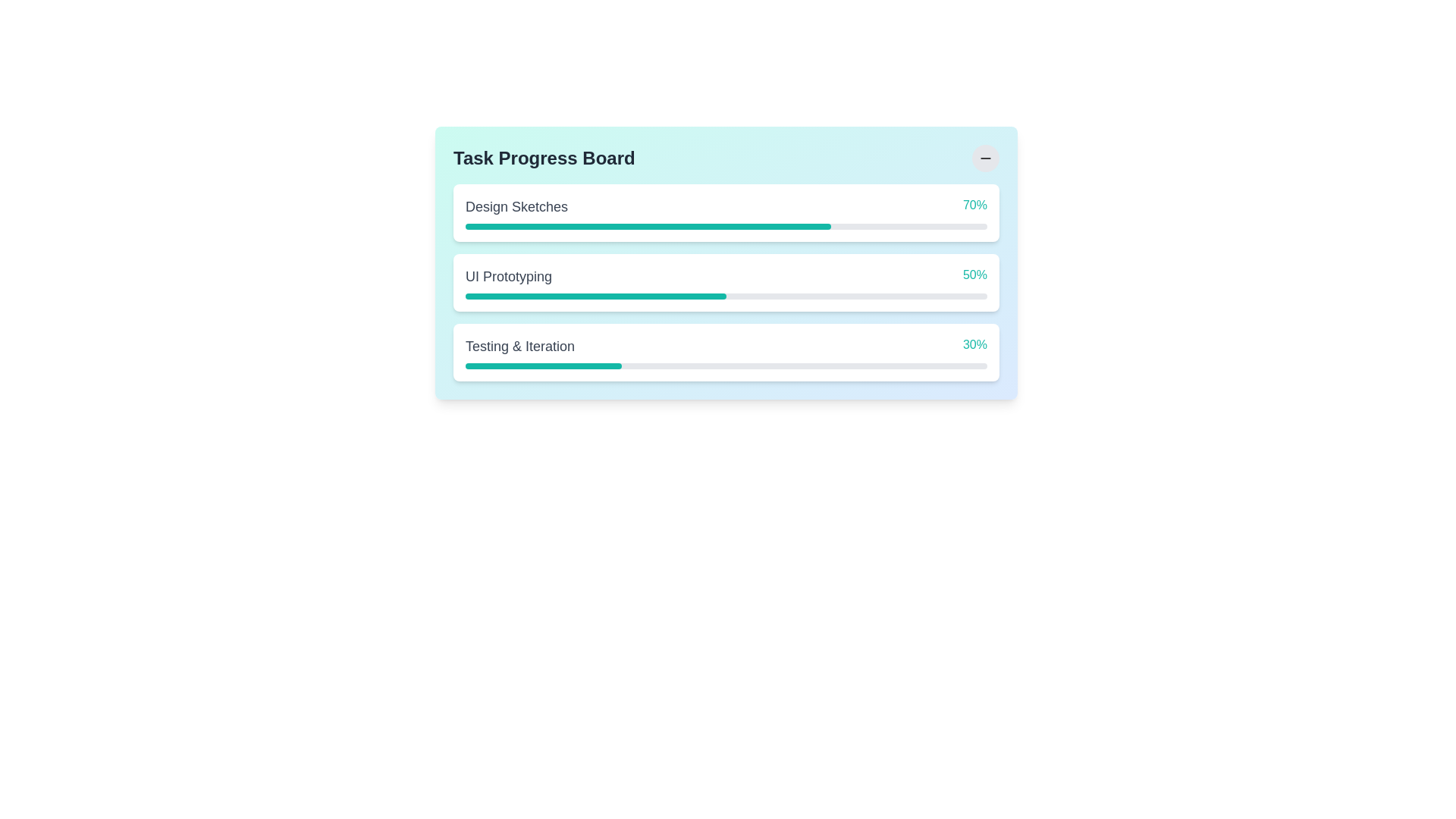  Describe the element at coordinates (726, 366) in the screenshot. I see `the progress bar element which has a gray background and a teal-filled section indicating progress, located below the text 'Testing & Iteration' and the number '30%'` at that location.